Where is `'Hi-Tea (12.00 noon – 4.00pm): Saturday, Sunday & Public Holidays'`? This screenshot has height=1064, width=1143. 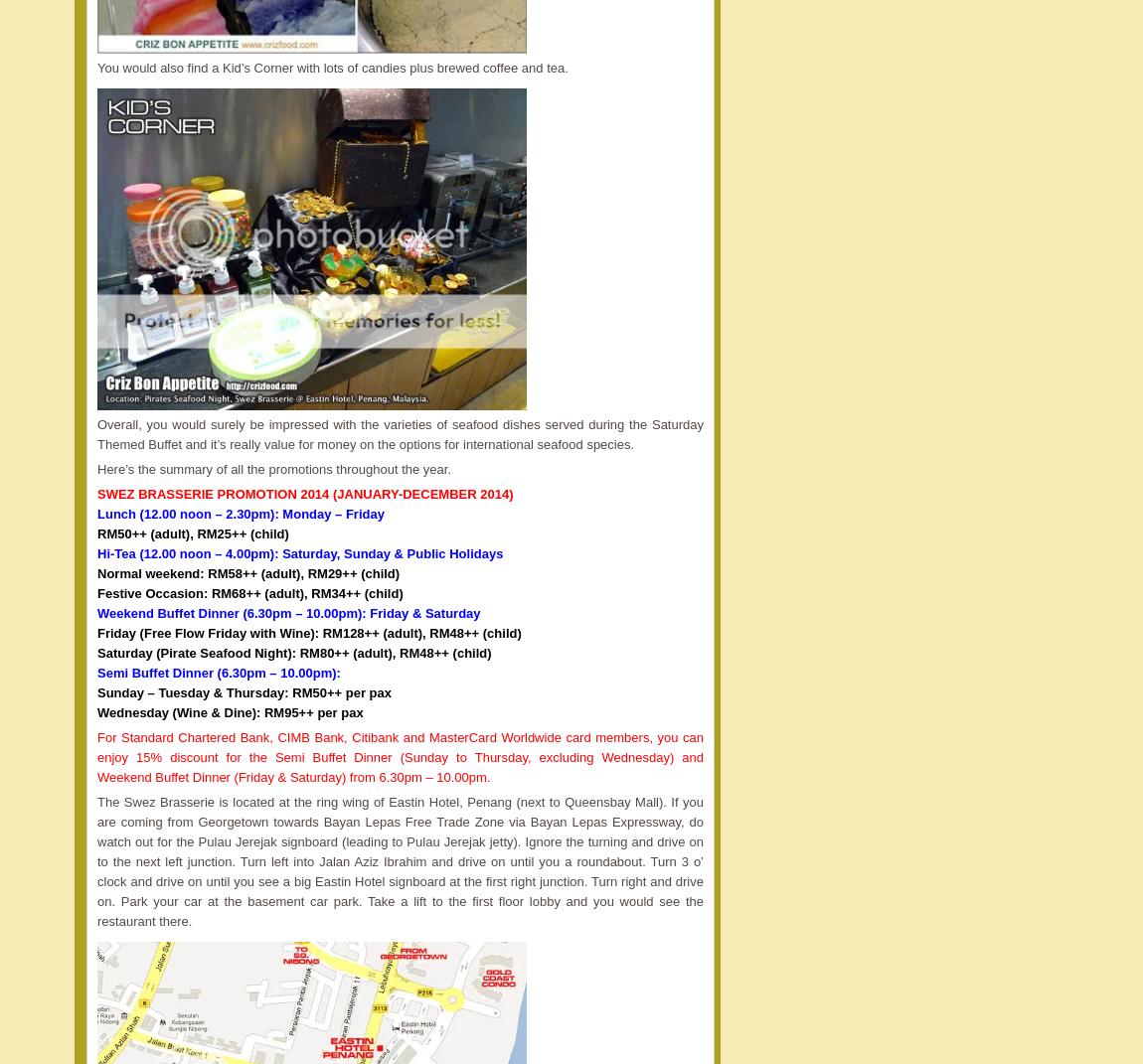
'Hi-Tea (12.00 noon – 4.00pm): Saturday, Sunday & Public Holidays' is located at coordinates (299, 553).